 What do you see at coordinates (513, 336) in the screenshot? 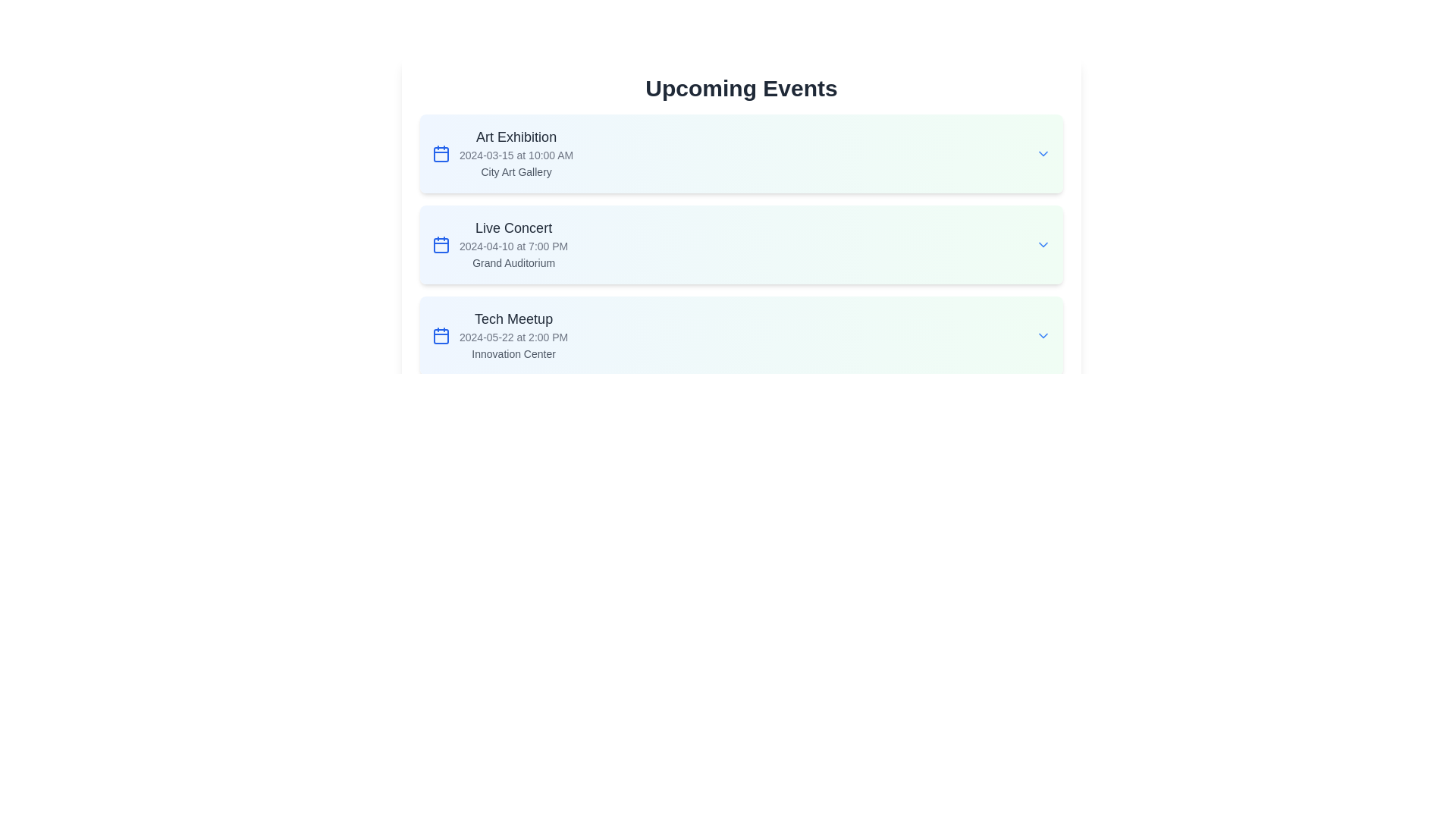
I see `the timestamp displaying '2024-05-22 at 2:00 PM' in the 'Tech Meetup' section of the 'Upcoming Events' panel` at bounding box center [513, 336].